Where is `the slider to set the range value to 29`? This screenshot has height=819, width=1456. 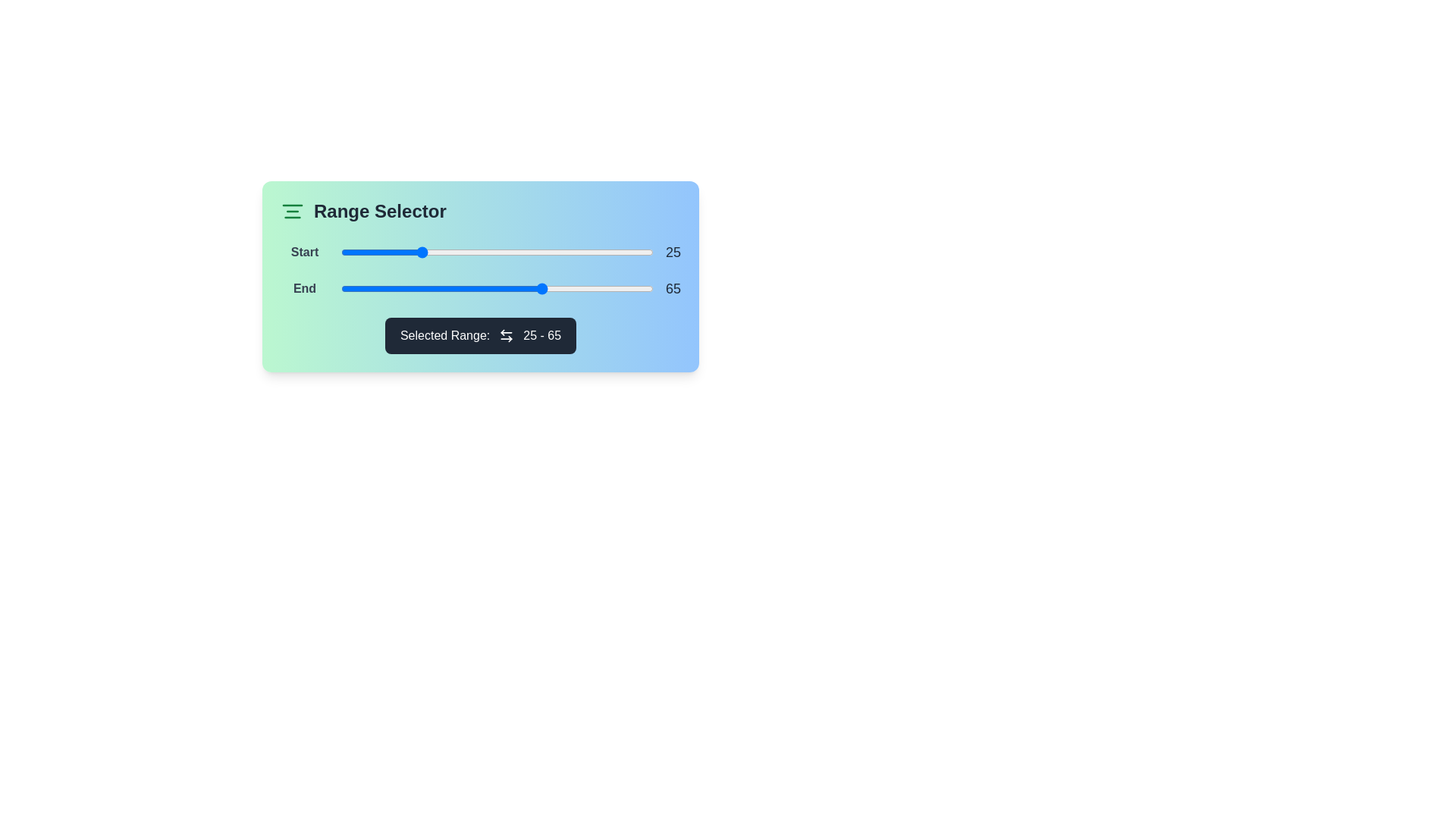 the slider to set the range value to 29 is located at coordinates (431, 251).